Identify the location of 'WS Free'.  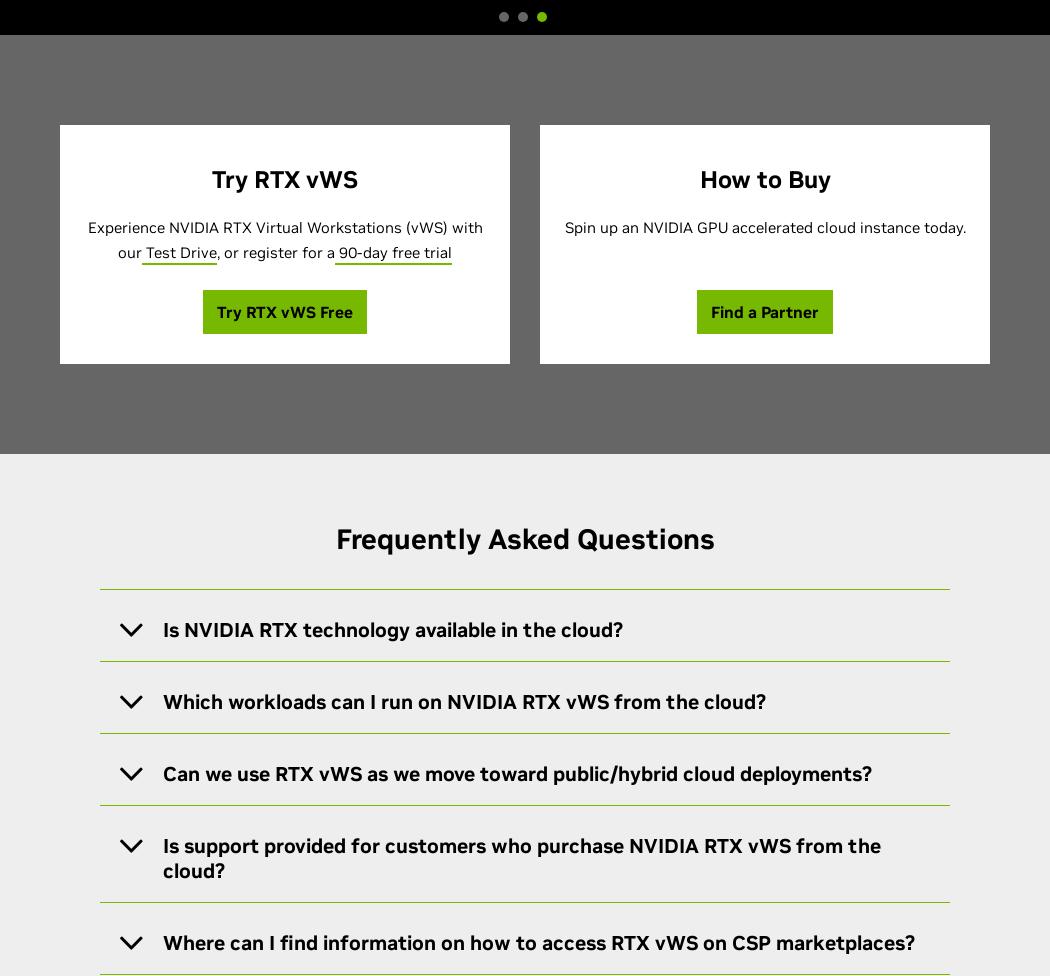
(321, 312).